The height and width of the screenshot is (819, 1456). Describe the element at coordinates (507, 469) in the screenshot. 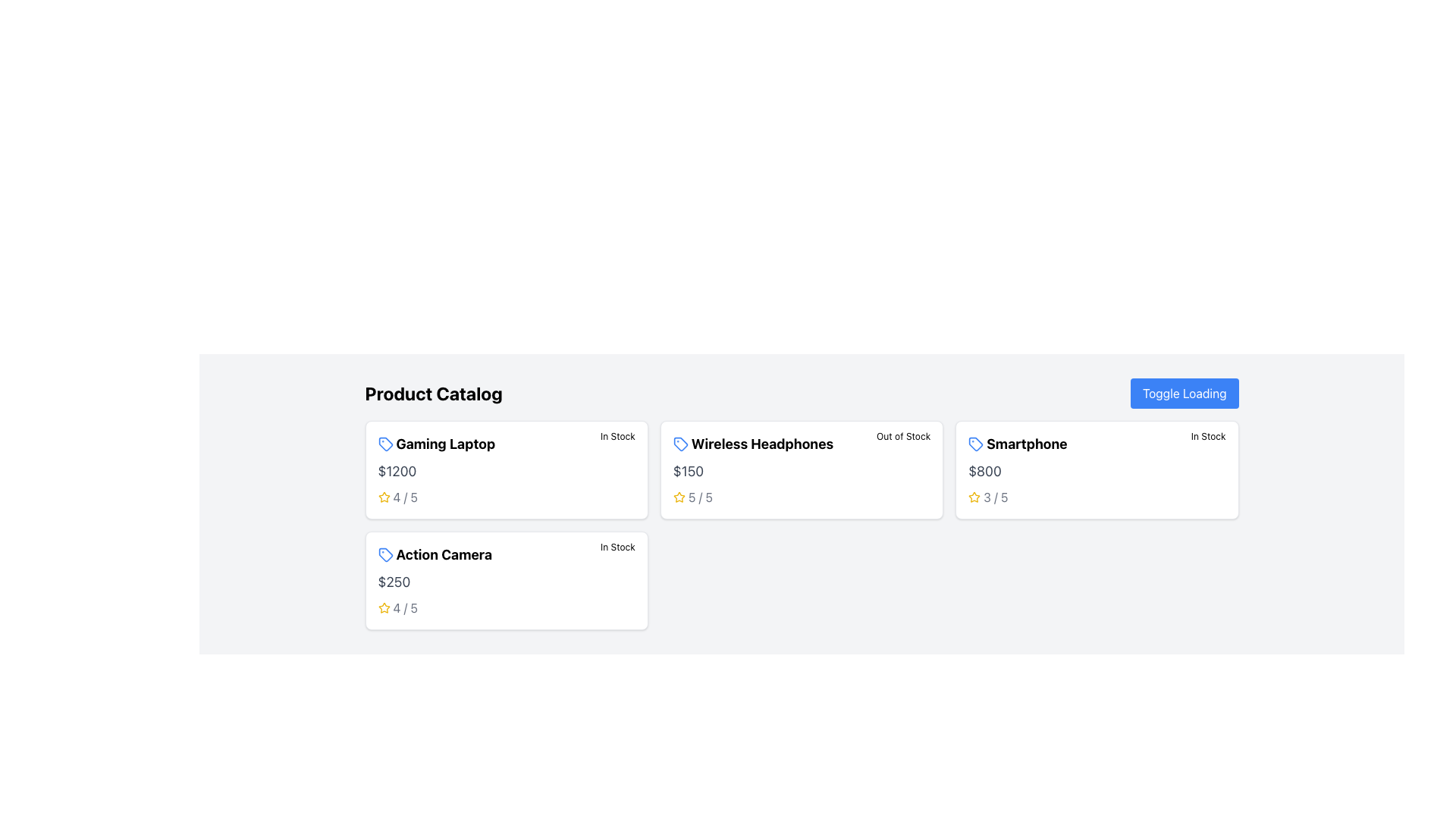

I see `the product card representing the gaming laptop, which is the first tile in the grid layout located at the top-left position` at that location.